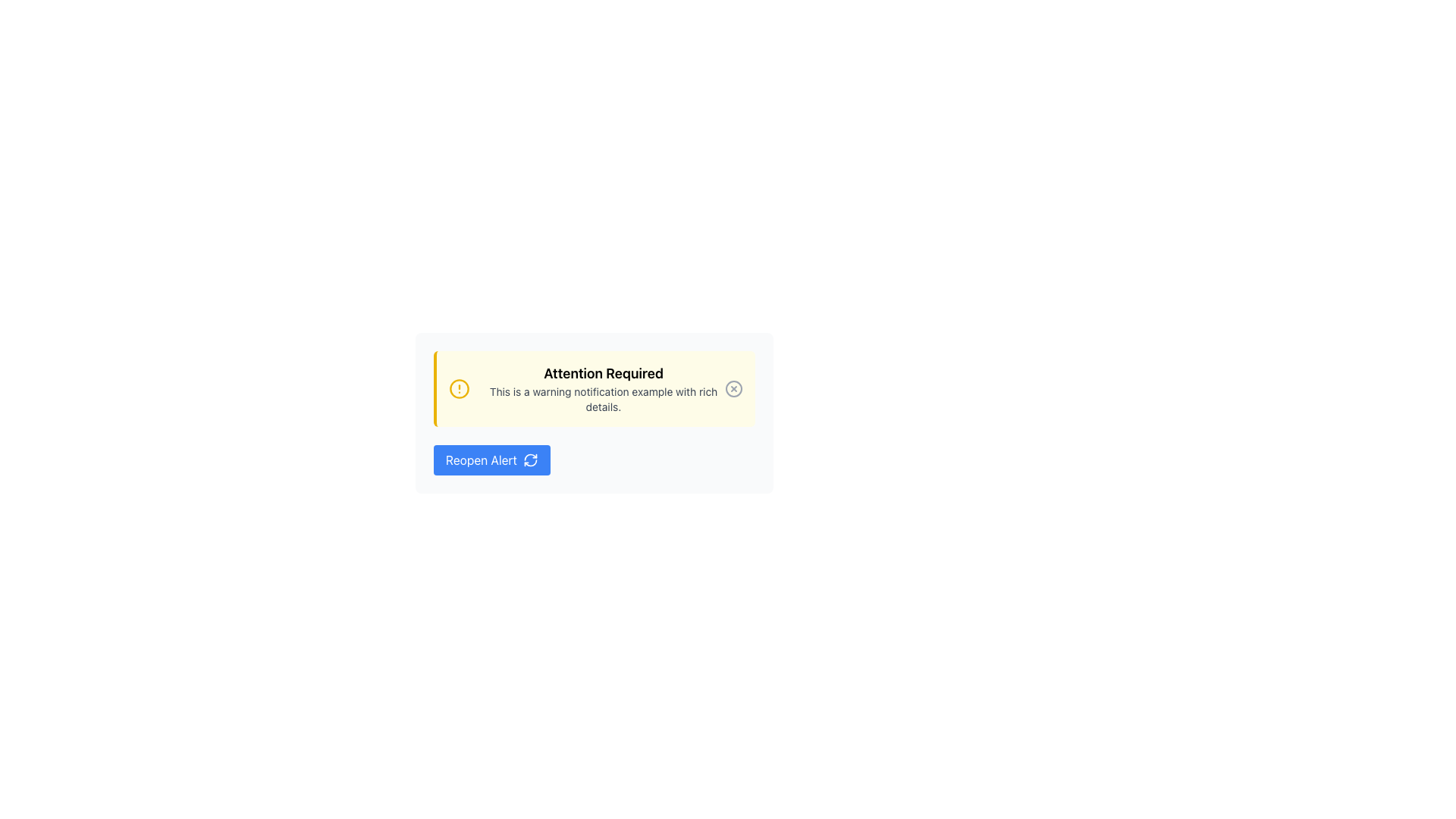  I want to click on the circular dismissal button with a central 'X' icon located on the far right of the warning notification, so click(734, 388).